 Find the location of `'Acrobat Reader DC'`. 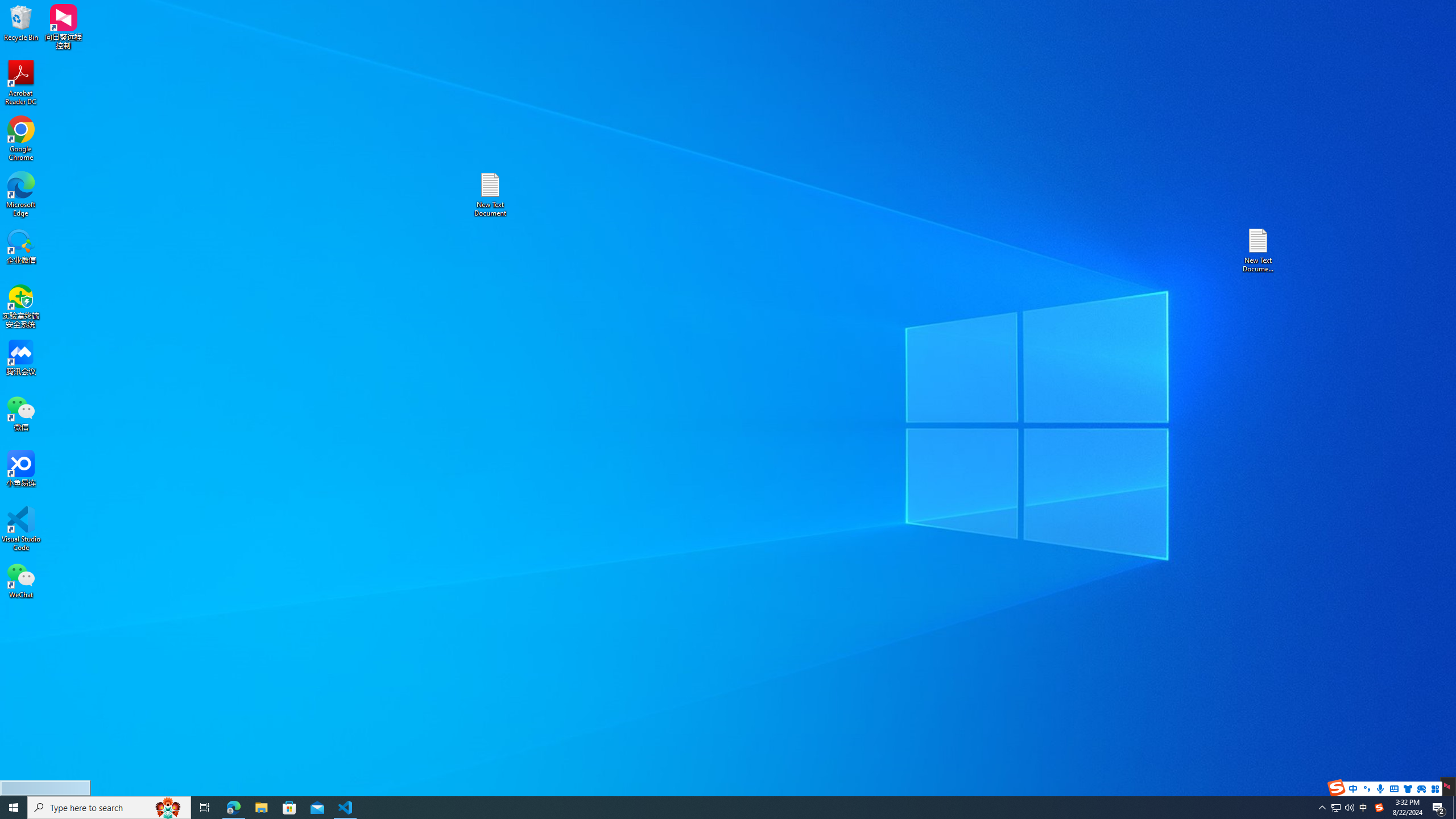

'Acrobat Reader DC' is located at coordinates (20, 82).